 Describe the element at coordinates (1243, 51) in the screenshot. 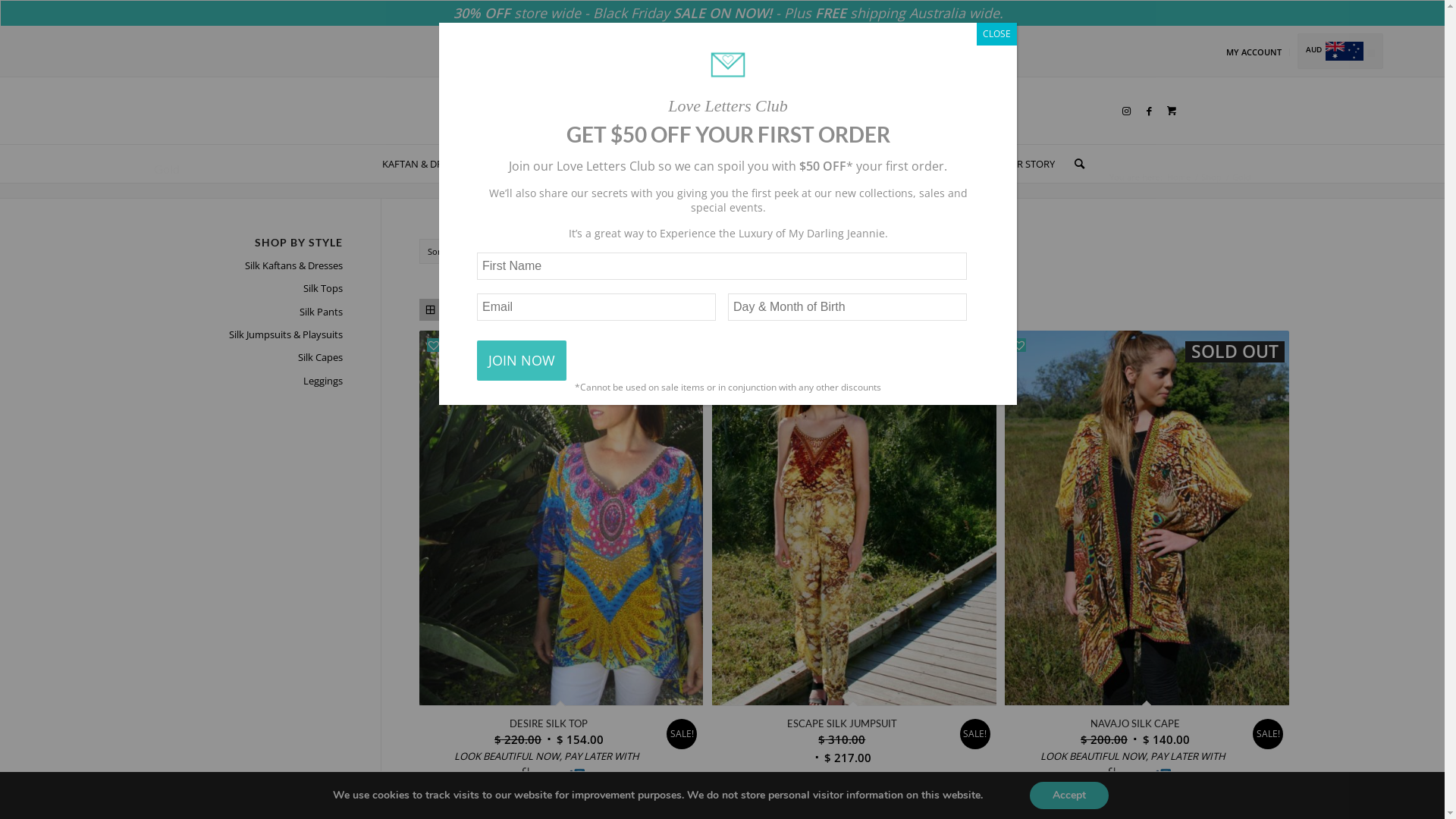

I see `'MY ACCOUNT'` at that location.